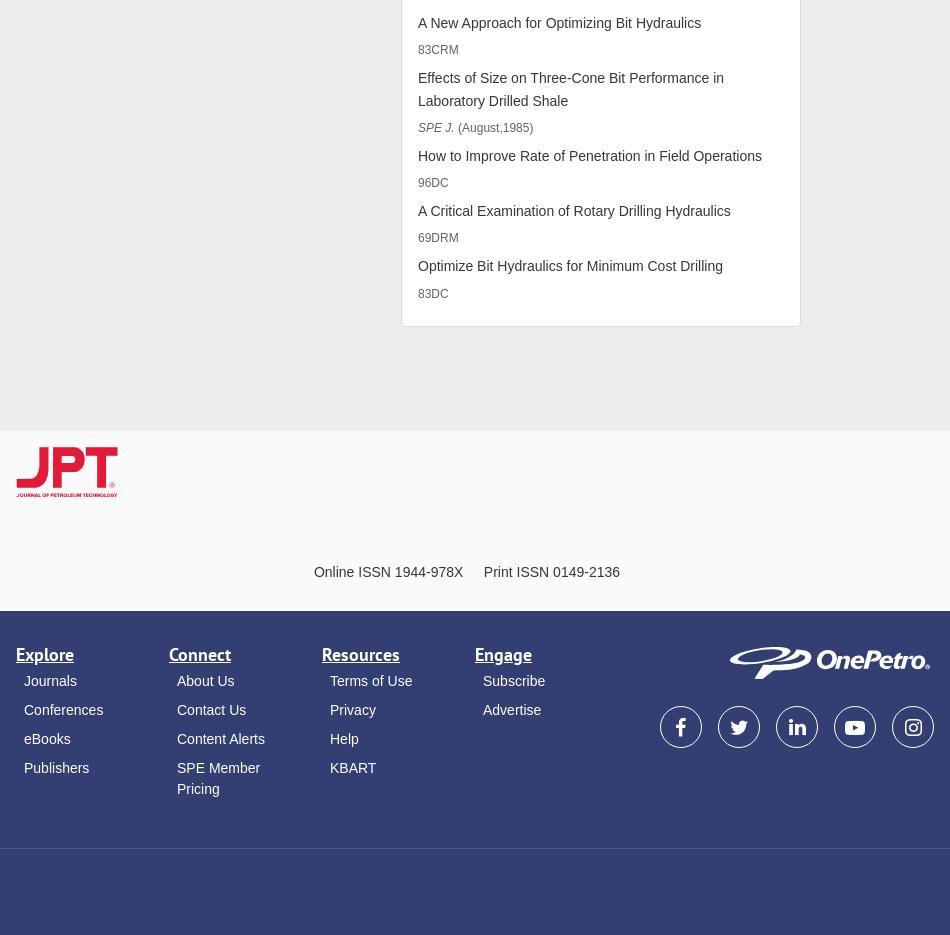 This screenshot has width=950, height=935. What do you see at coordinates (516, 572) in the screenshot?
I see `'Print ISSN'` at bounding box center [516, 572].